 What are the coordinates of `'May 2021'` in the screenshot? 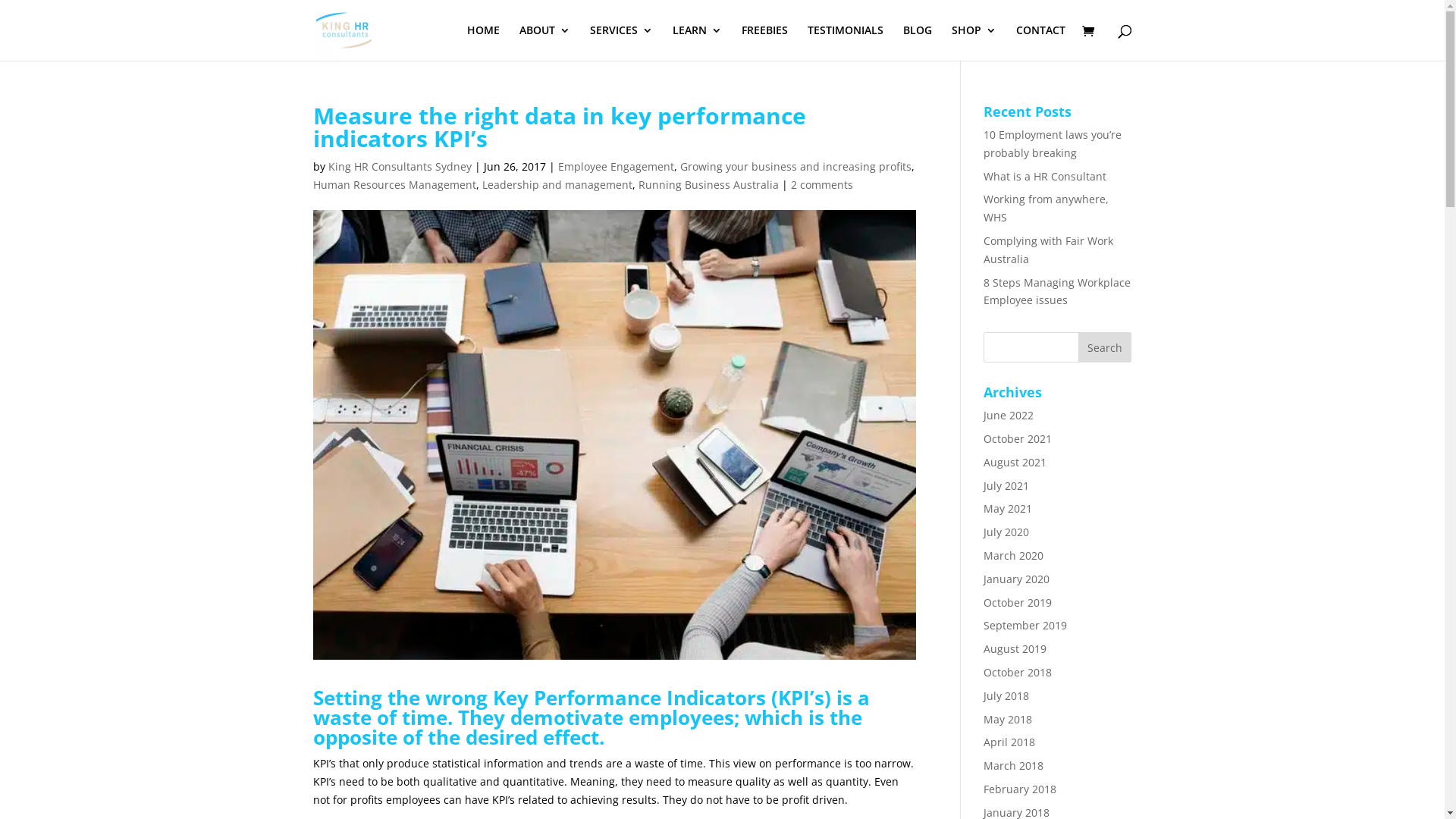 It's located at (983, 508).